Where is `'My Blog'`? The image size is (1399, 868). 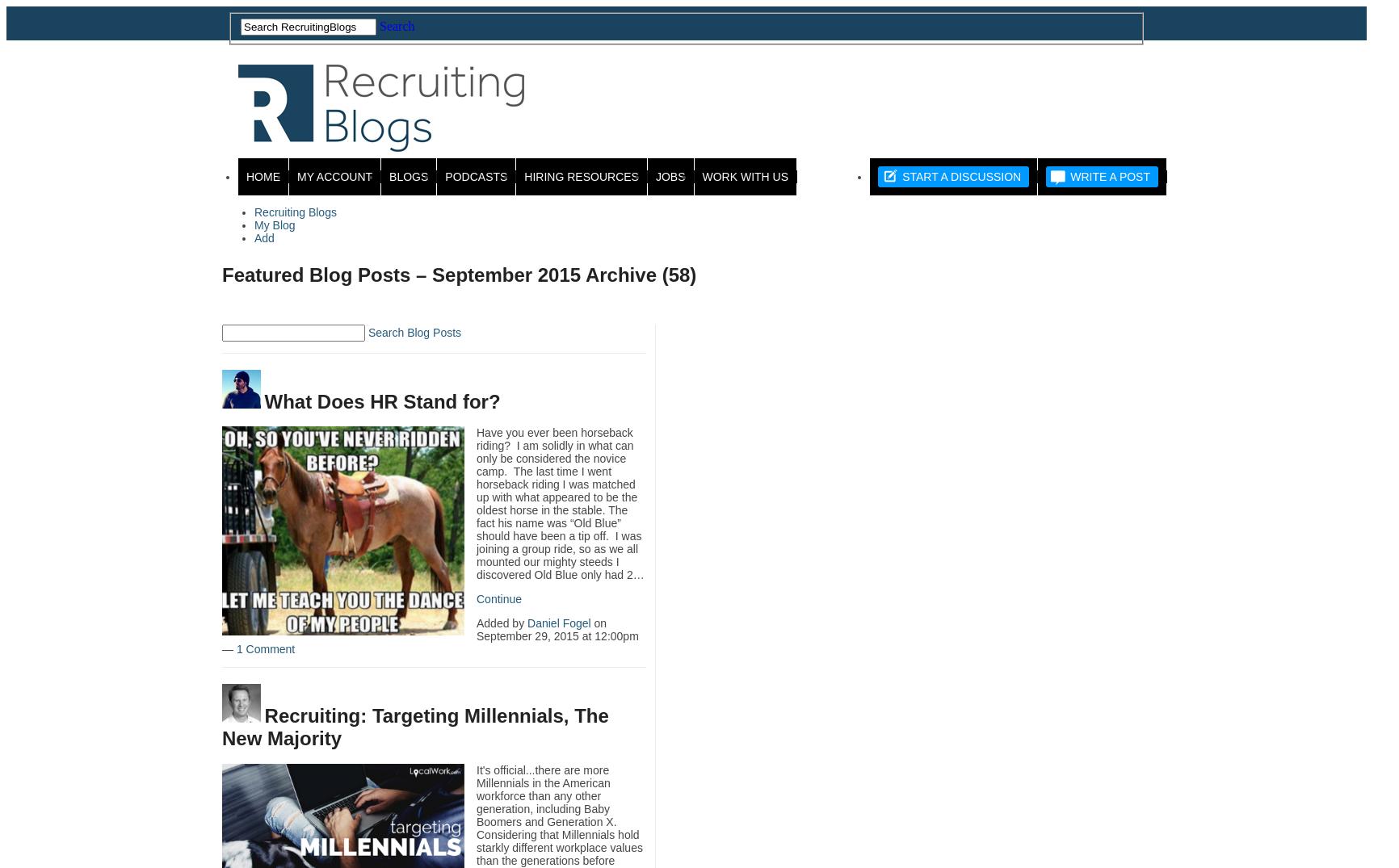 'My Blog' is located at coordinates (273, 224).